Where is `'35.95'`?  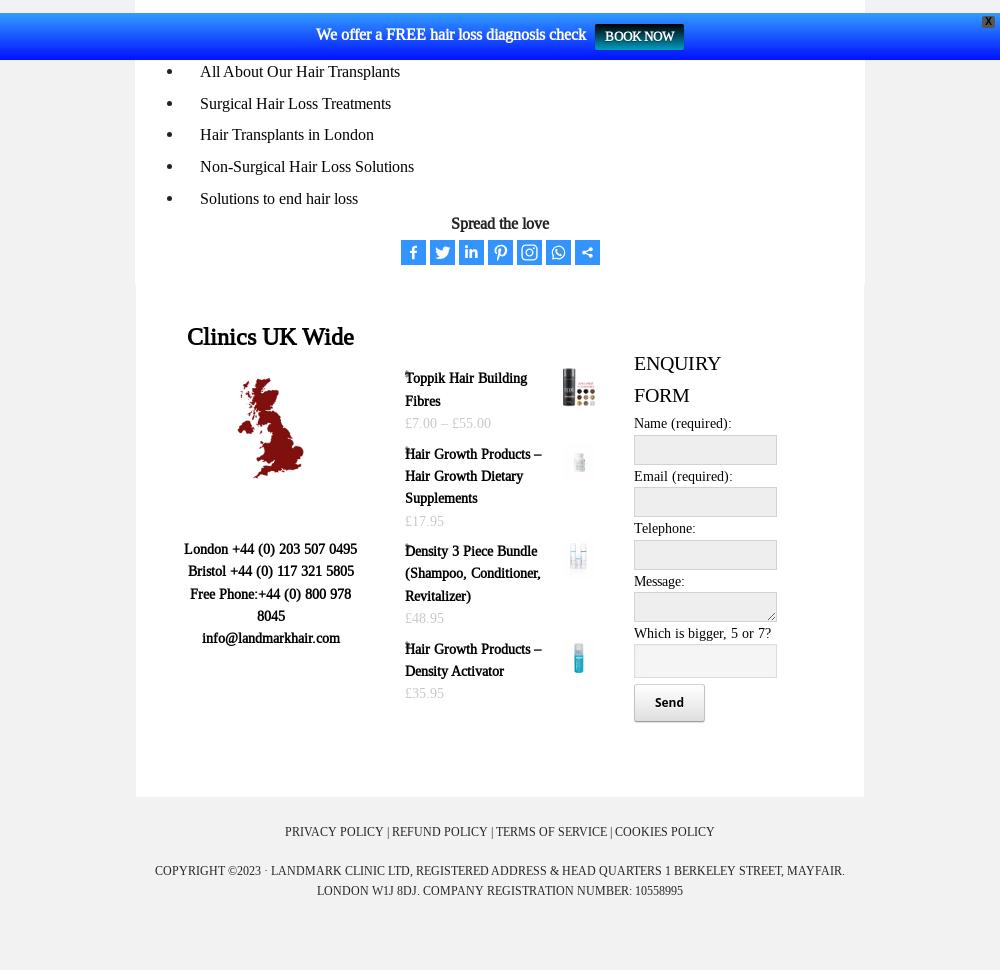
'35.95' is located at coordinates (427, 692).